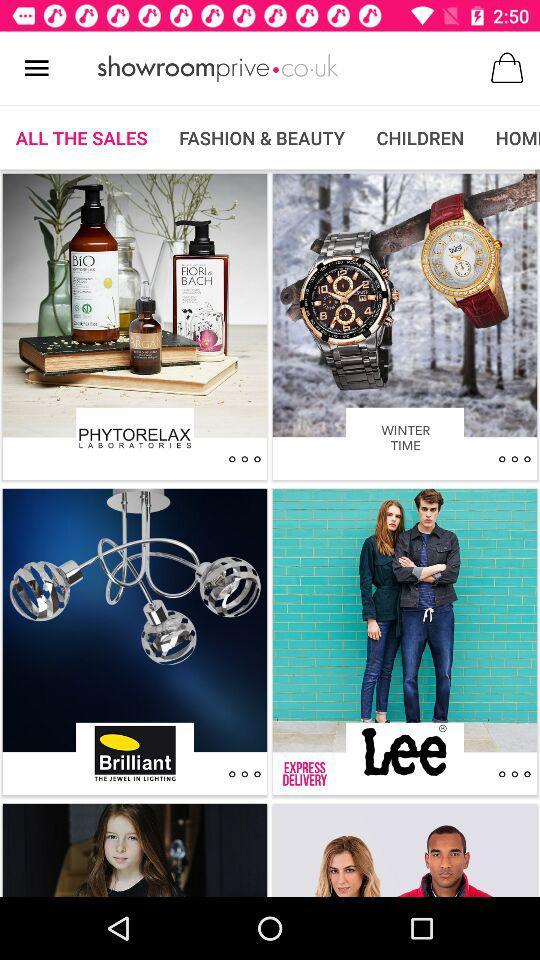 Image resolution: width=540 pixels, height=960 pixels. Describe the element at coordinates (244, 459) in the screenshot. I see `see more details` at that location.